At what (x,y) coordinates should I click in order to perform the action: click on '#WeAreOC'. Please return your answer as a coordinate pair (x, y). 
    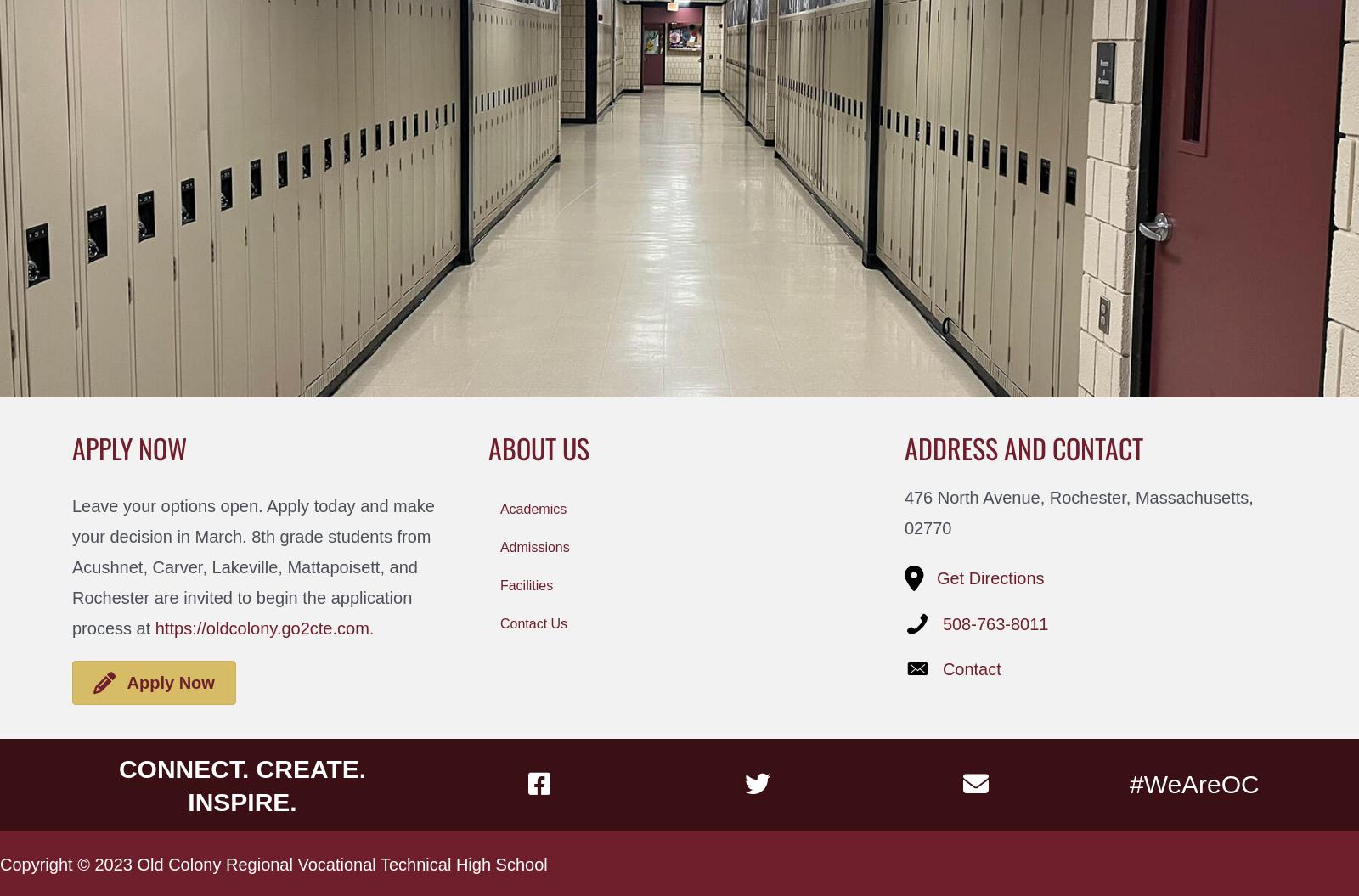
    Looking at the image, I should click on (1193, 782).